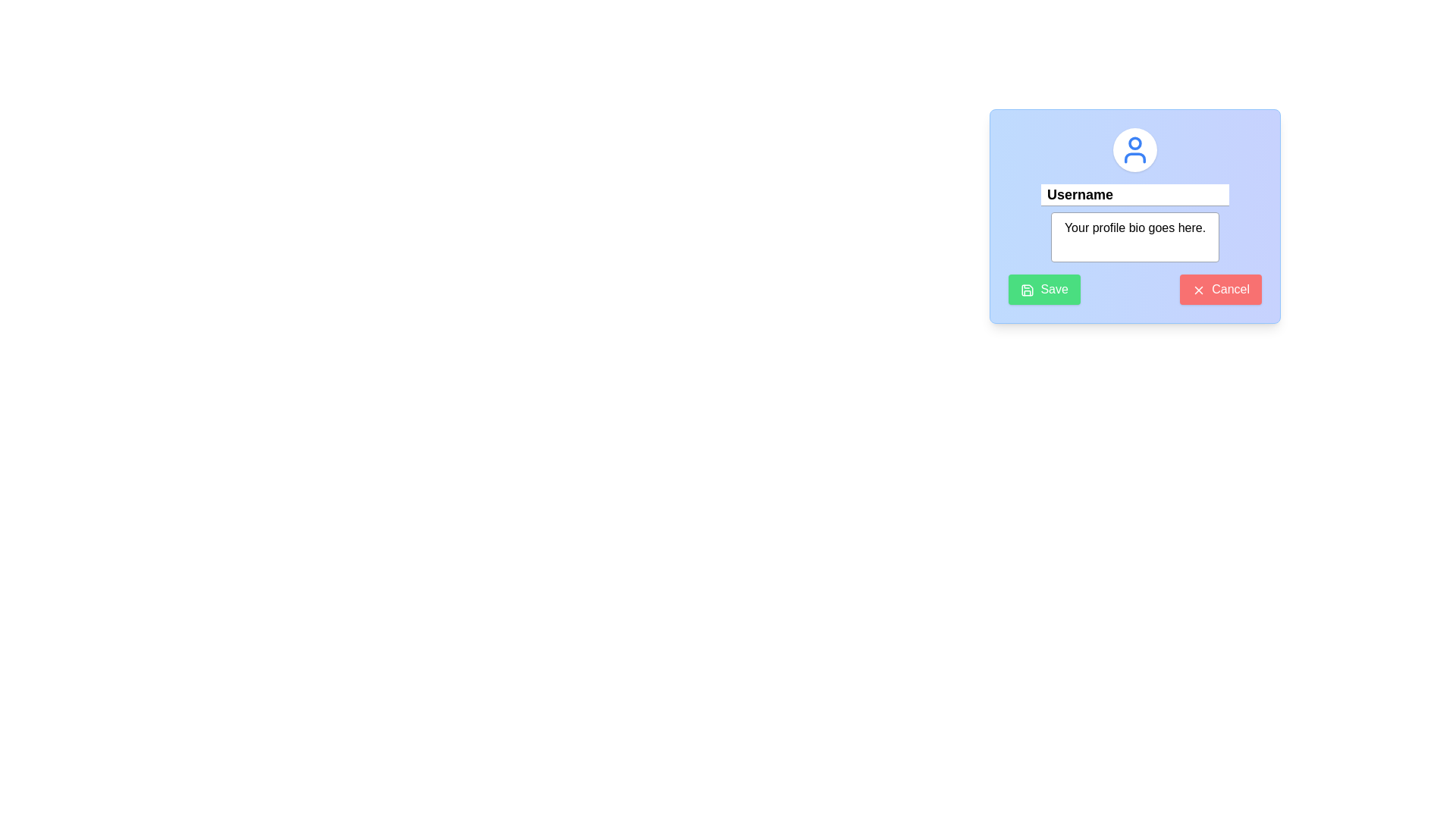 This screenshot has height=819, width=1456. Describe the element at coordinates (1027, 289) in the screenshot. I see `the save icon, which is a small disk-shaped design located to the left inside the green 'Save' button` at that location.